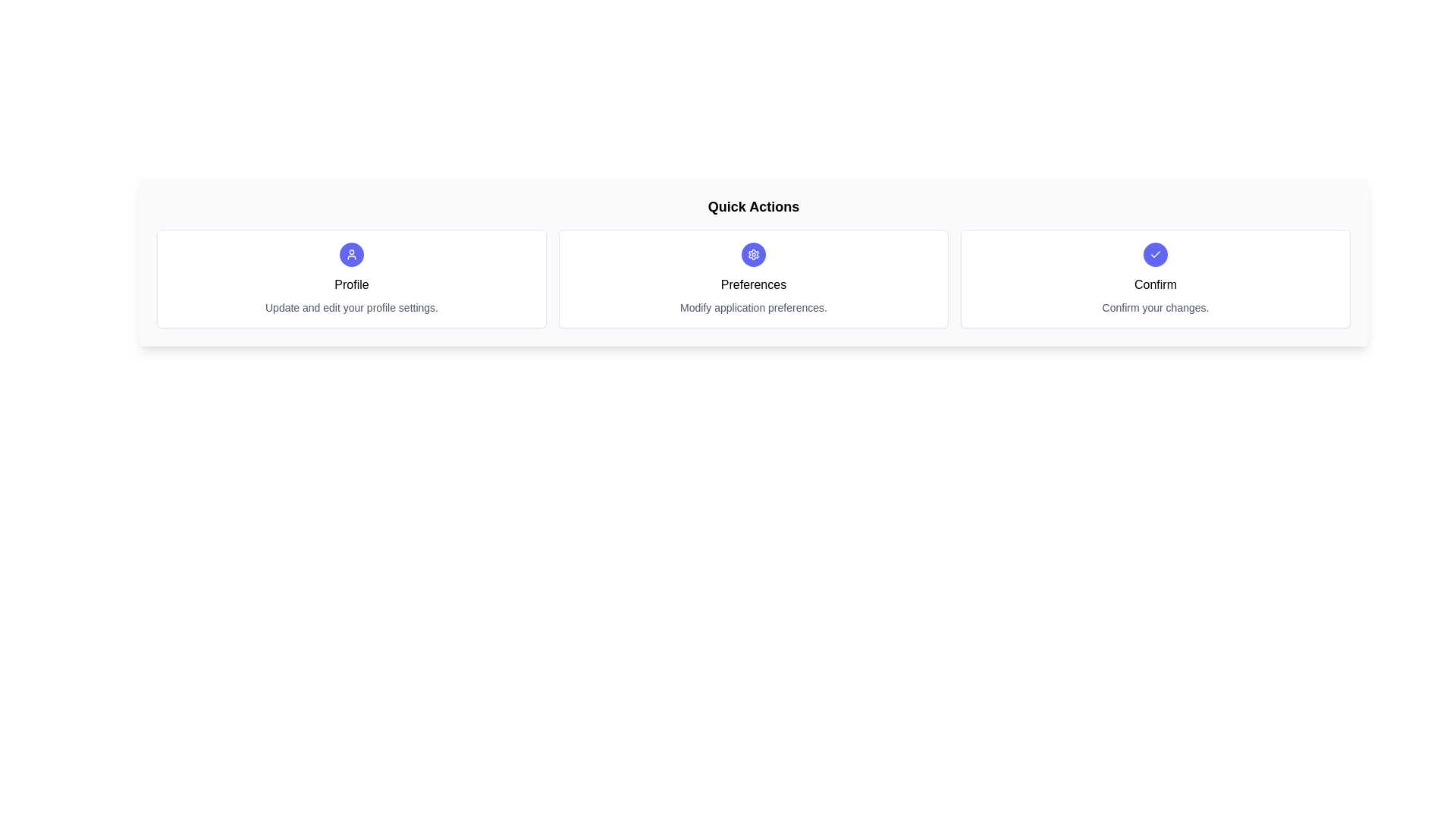  Describe the element at coordinates (1154, 278) in the screenshot. I see `the chip labeled Confirm to observe its hover effect` at that location.